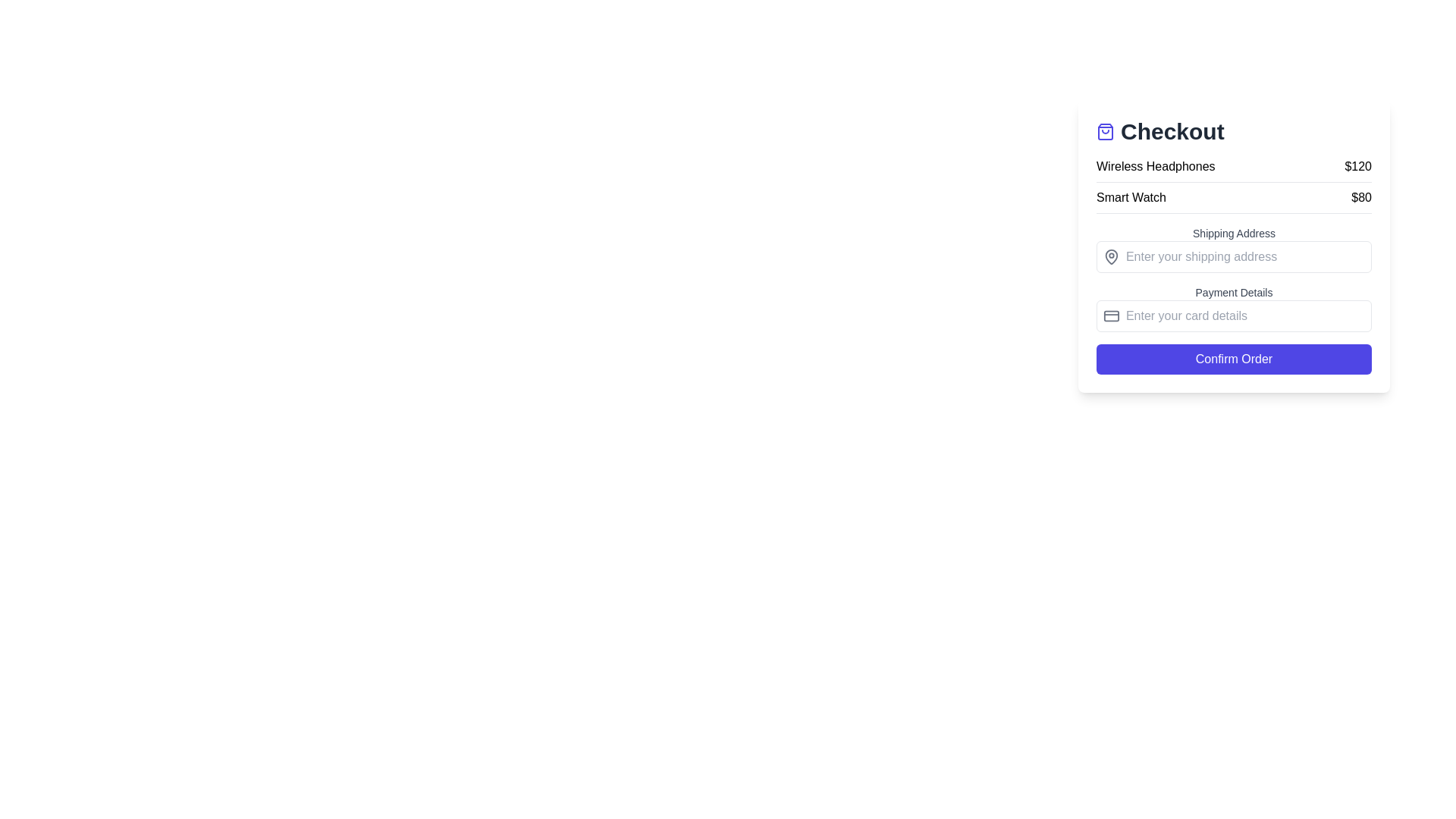  I want to click on the shipping address input field to focus it, which is located to the right of a map pin icon within a bordered box with rounded corners, so click(1245, 256).